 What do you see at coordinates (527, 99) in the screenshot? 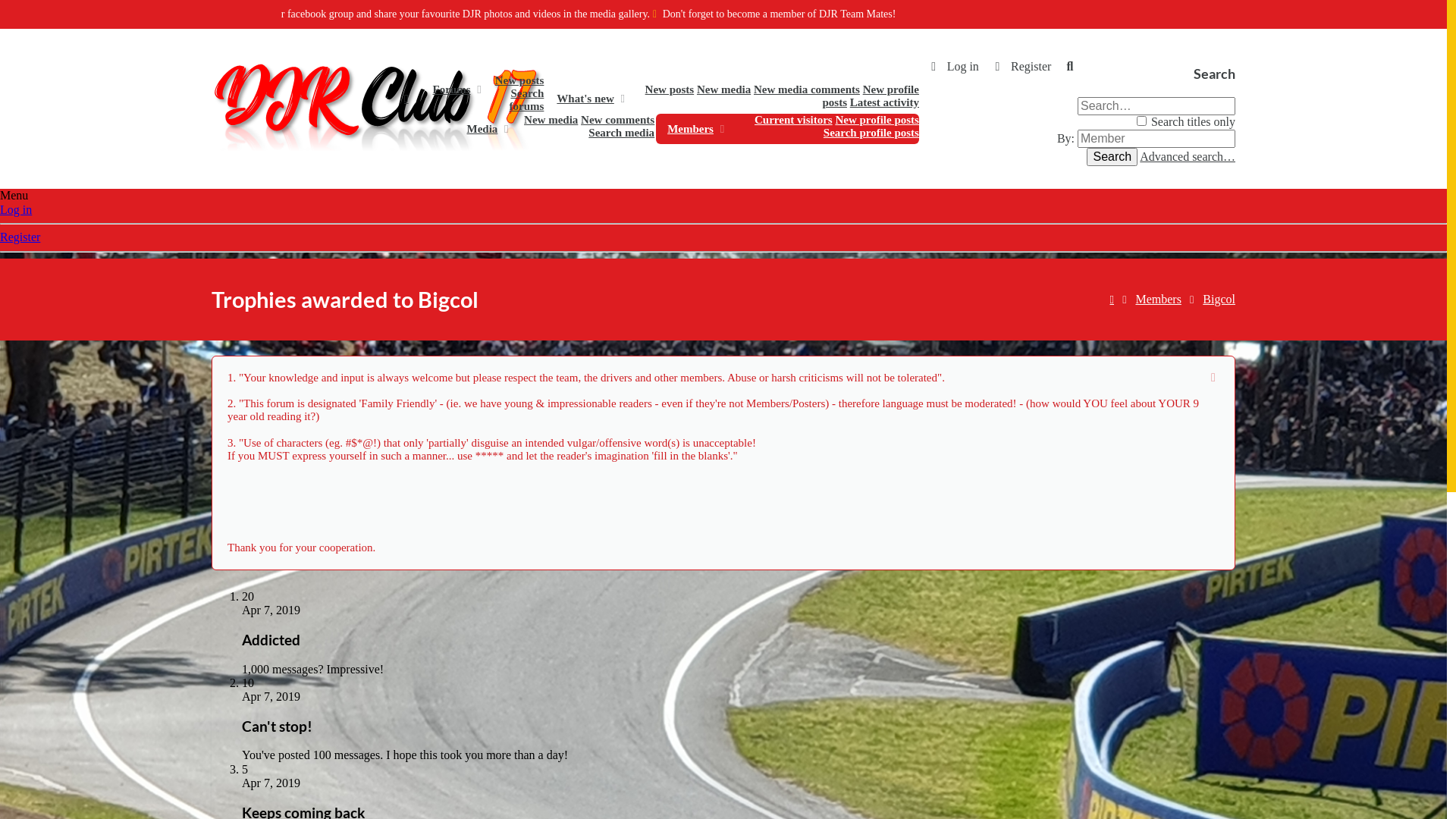
I see `'Search forums'` at bounding box center [527, 99].